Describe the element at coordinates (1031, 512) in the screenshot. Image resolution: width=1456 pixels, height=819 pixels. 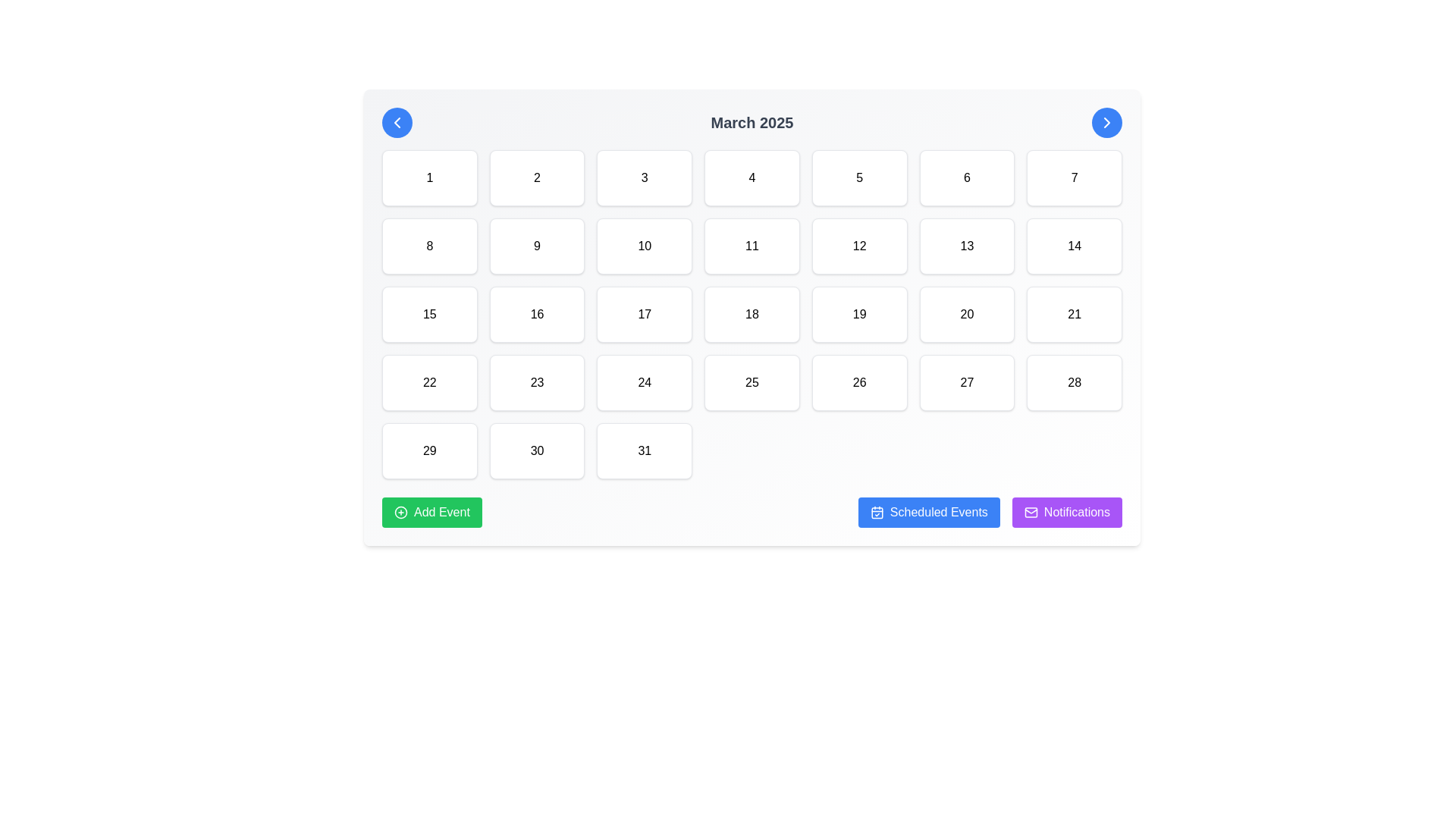
I see `the notifications icon located within the 'Notifications' button at the bottom-right corner of the application, positioned to the left of the text label 'Notifications'` at that location.